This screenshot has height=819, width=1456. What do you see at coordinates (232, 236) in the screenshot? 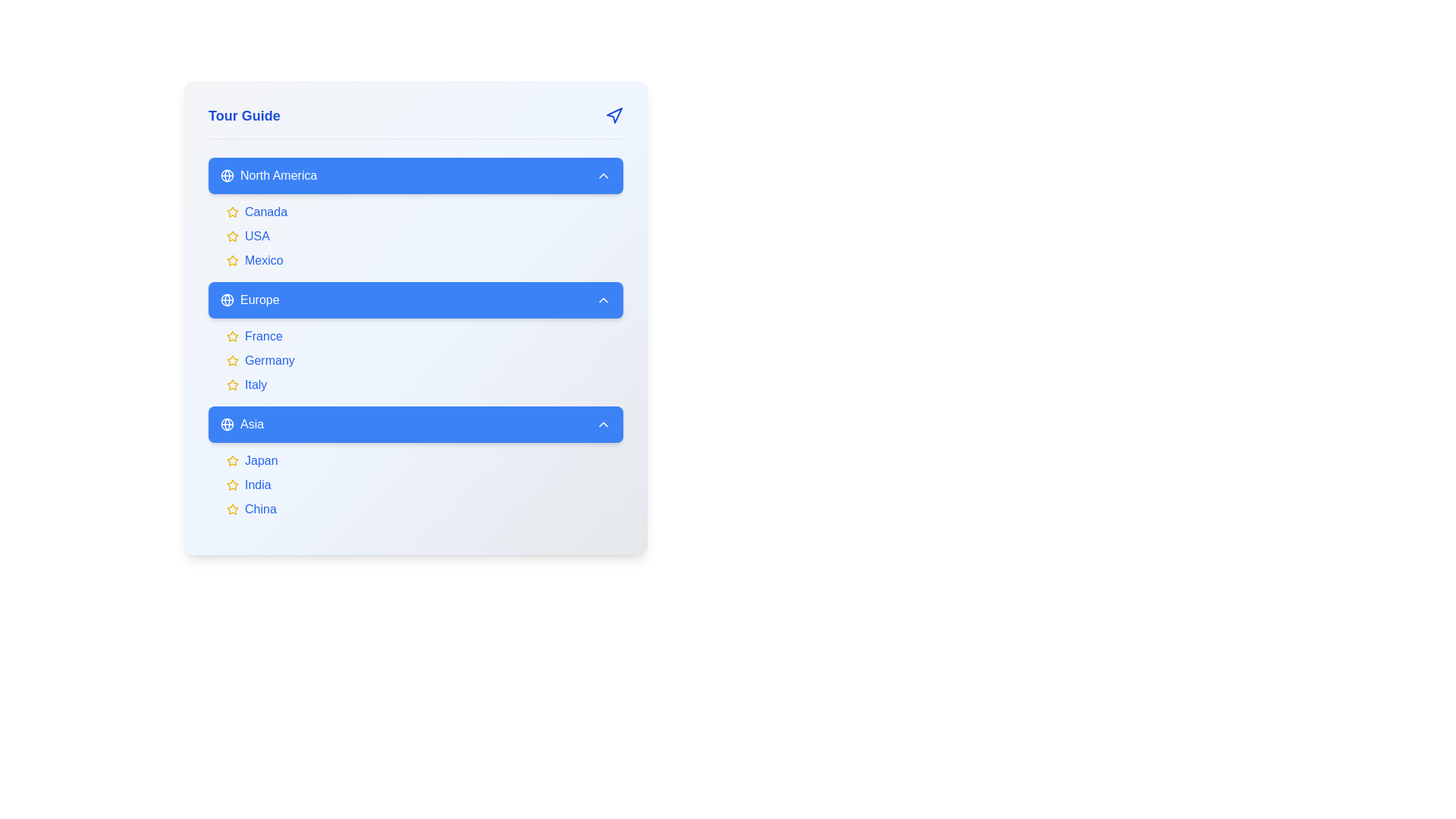
I see `the star-shaped icon filled with yellow color, which is positioned to the left of the text label 'USA' in the North America group` at bounding box center [232, 236].